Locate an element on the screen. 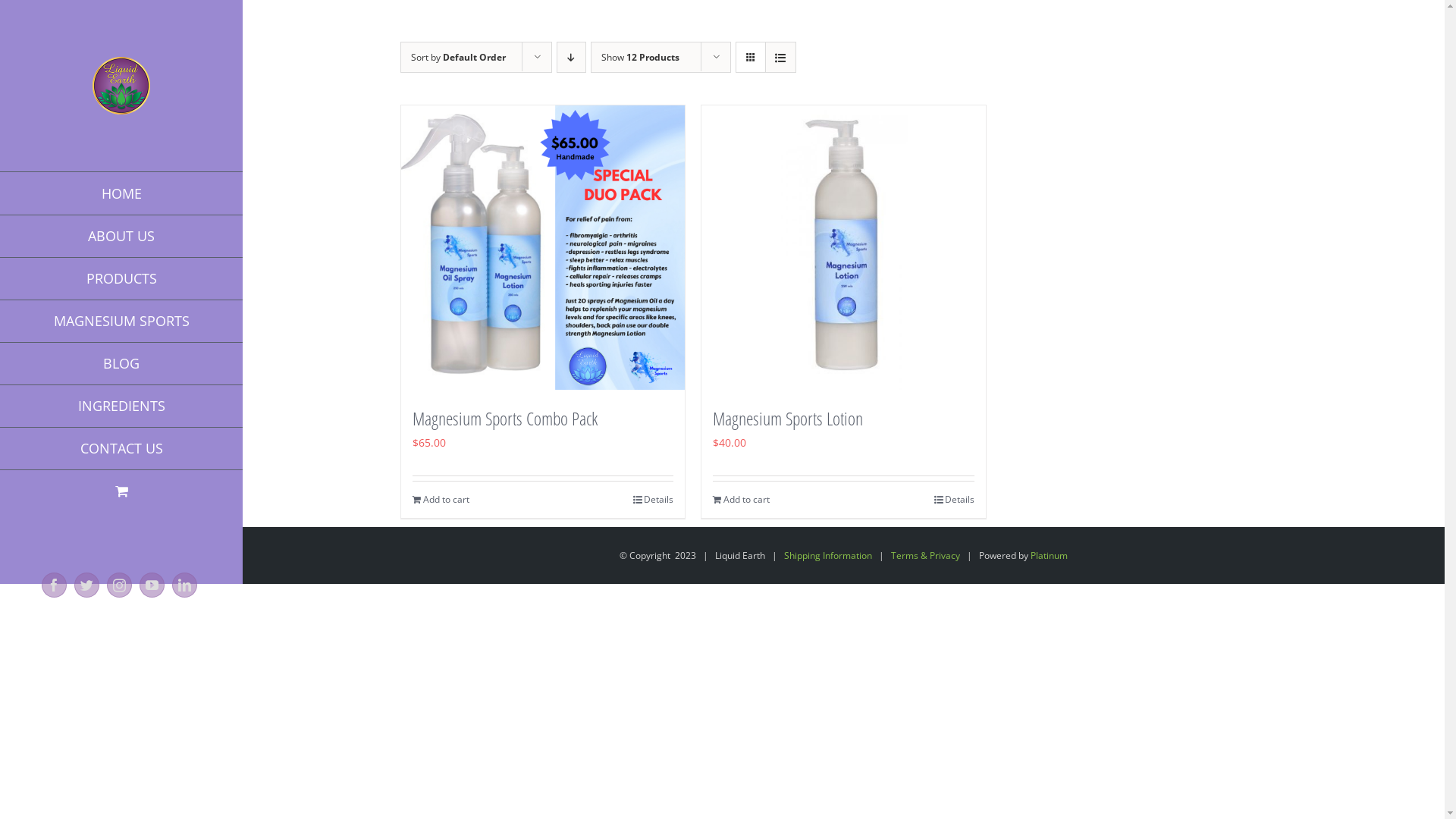 The image size is (1456, 819). 'PRODUCTS' is located at coordinates (120, 278).